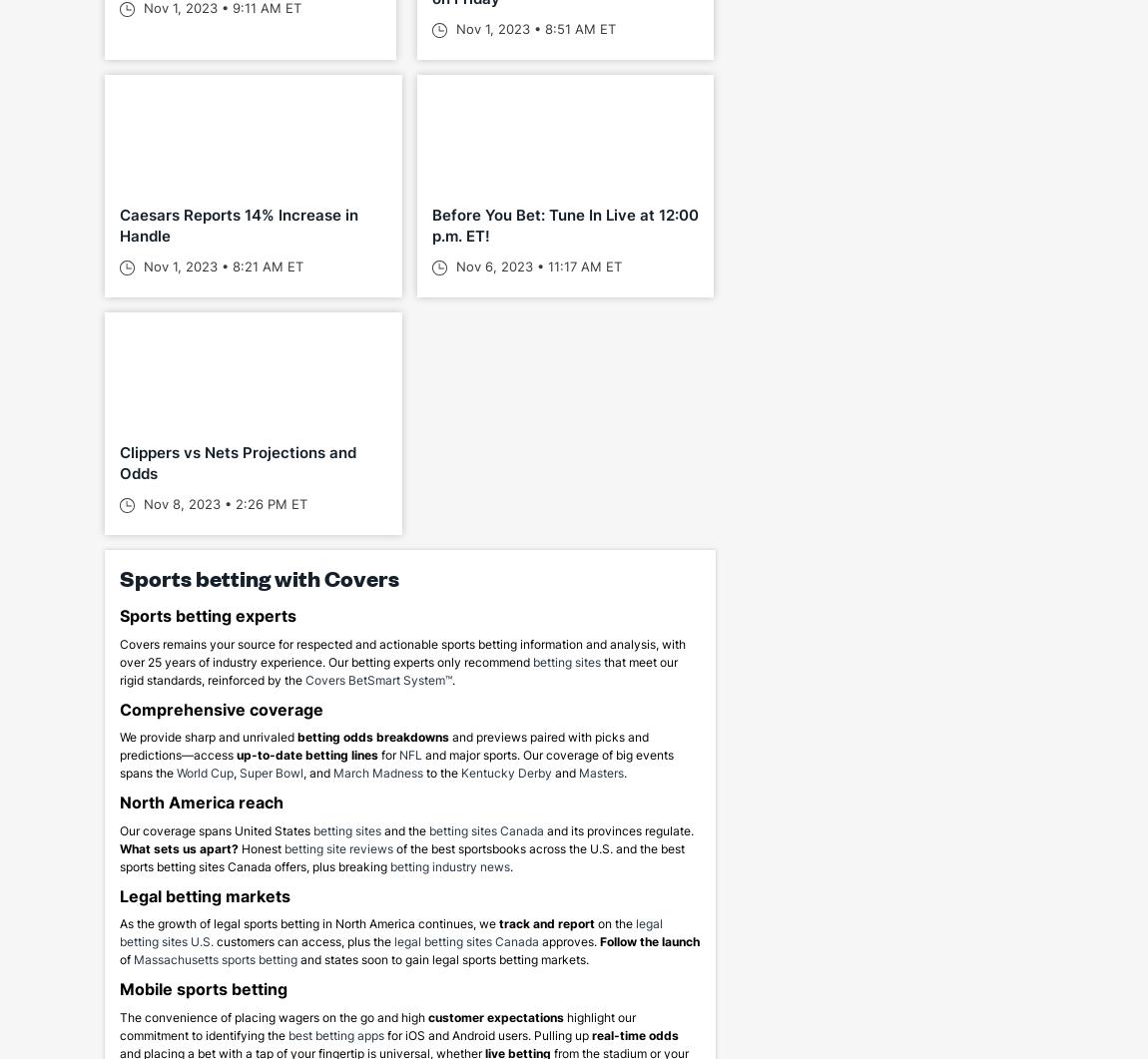 The image size is (1148, 1059). Describe the element at coordinates (118, 651) in the screenshot. I see `'Covers remains your source for respected and actionable sports betting information and analysis, with over 25 years of industry experience. Our betting experts only recommend'` at that location.